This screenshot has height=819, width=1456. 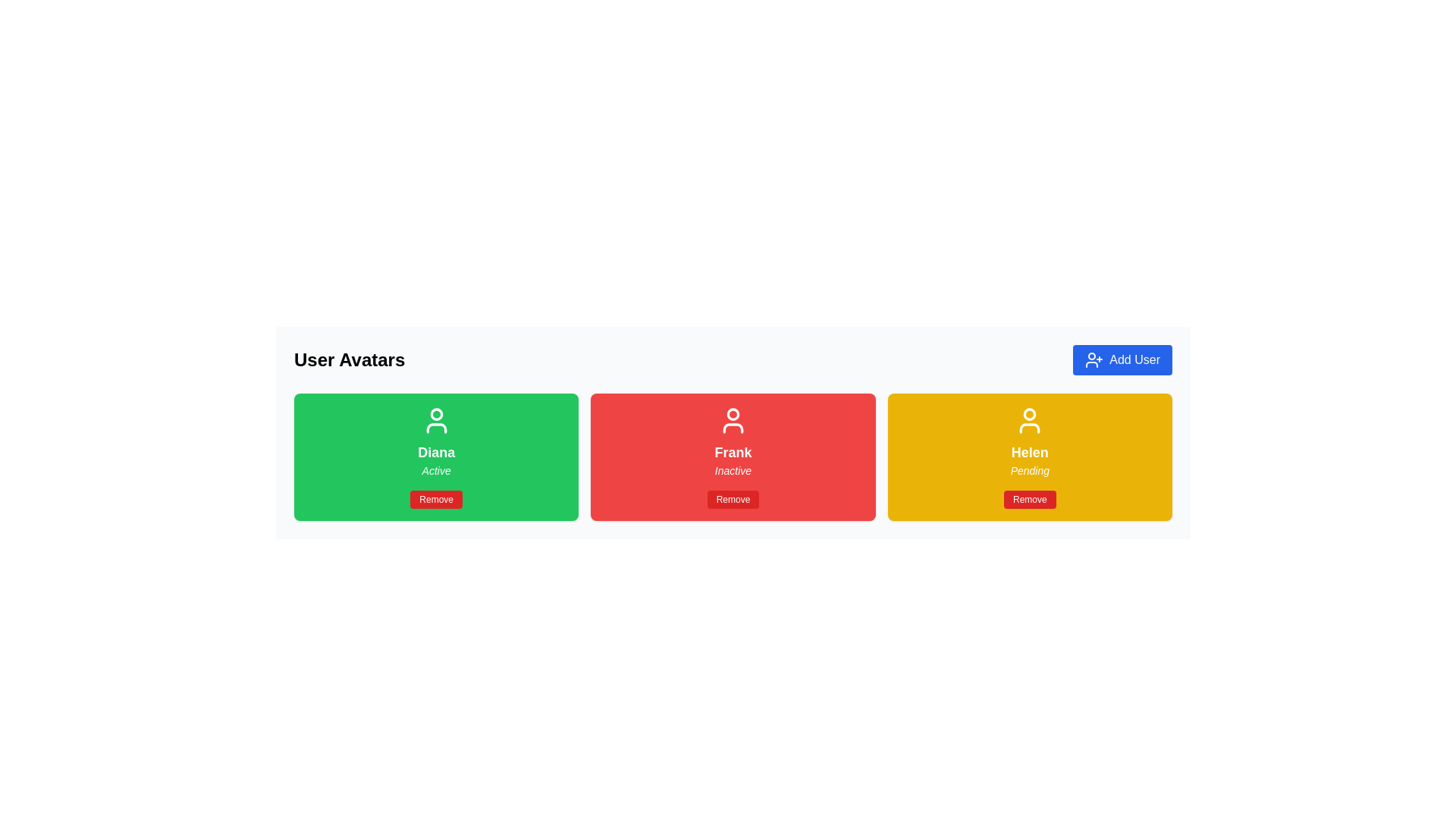 I want to click on the label of the button located in the top-right area of the section containing user avatars, so click(x=1134, y=359).